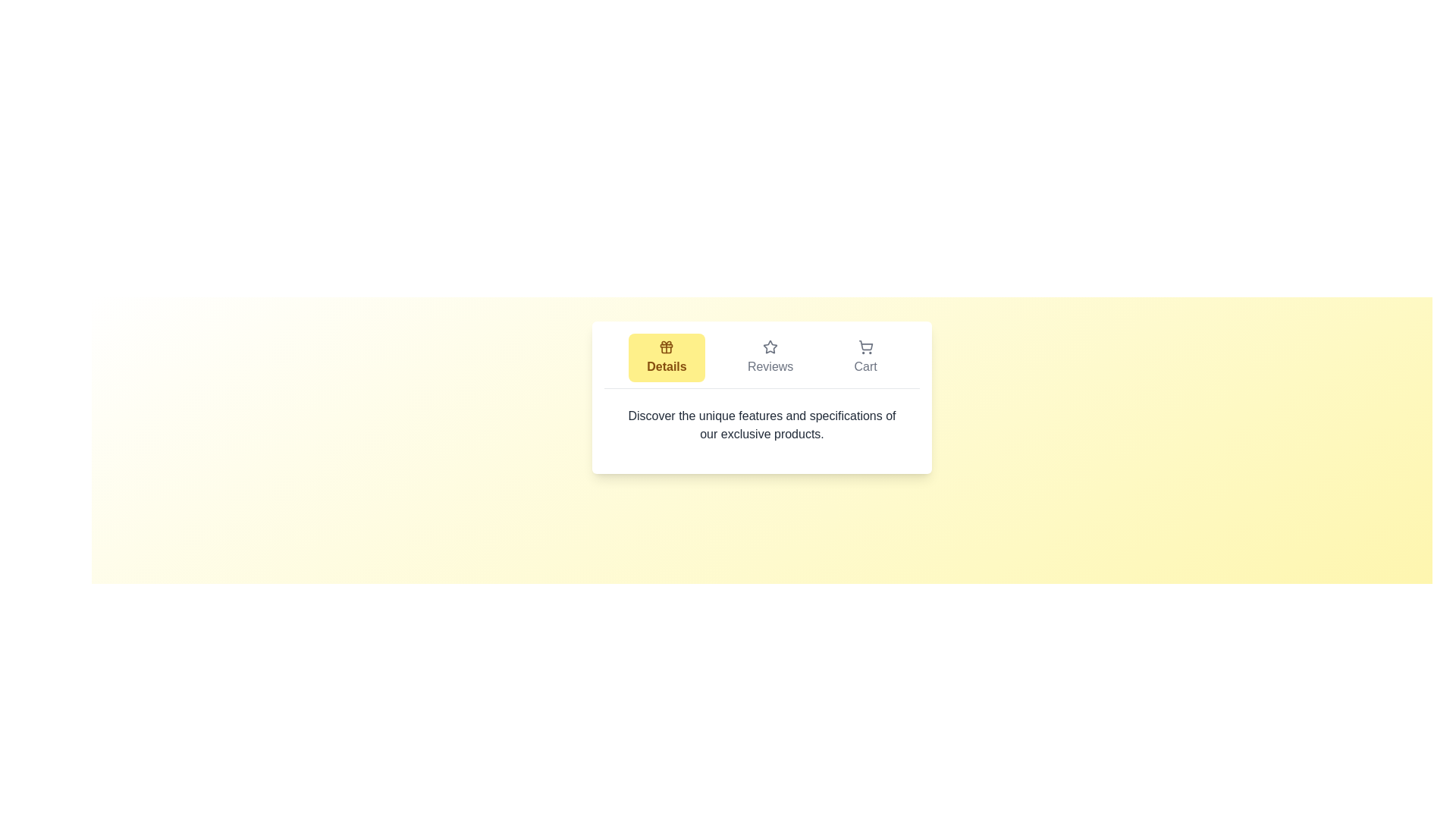 The width and height of the screenshot is (1456, 819). Describe the element at coordinates (865, 357) in the screenshot. I see `the Cart tab by clicking on it` at that location.